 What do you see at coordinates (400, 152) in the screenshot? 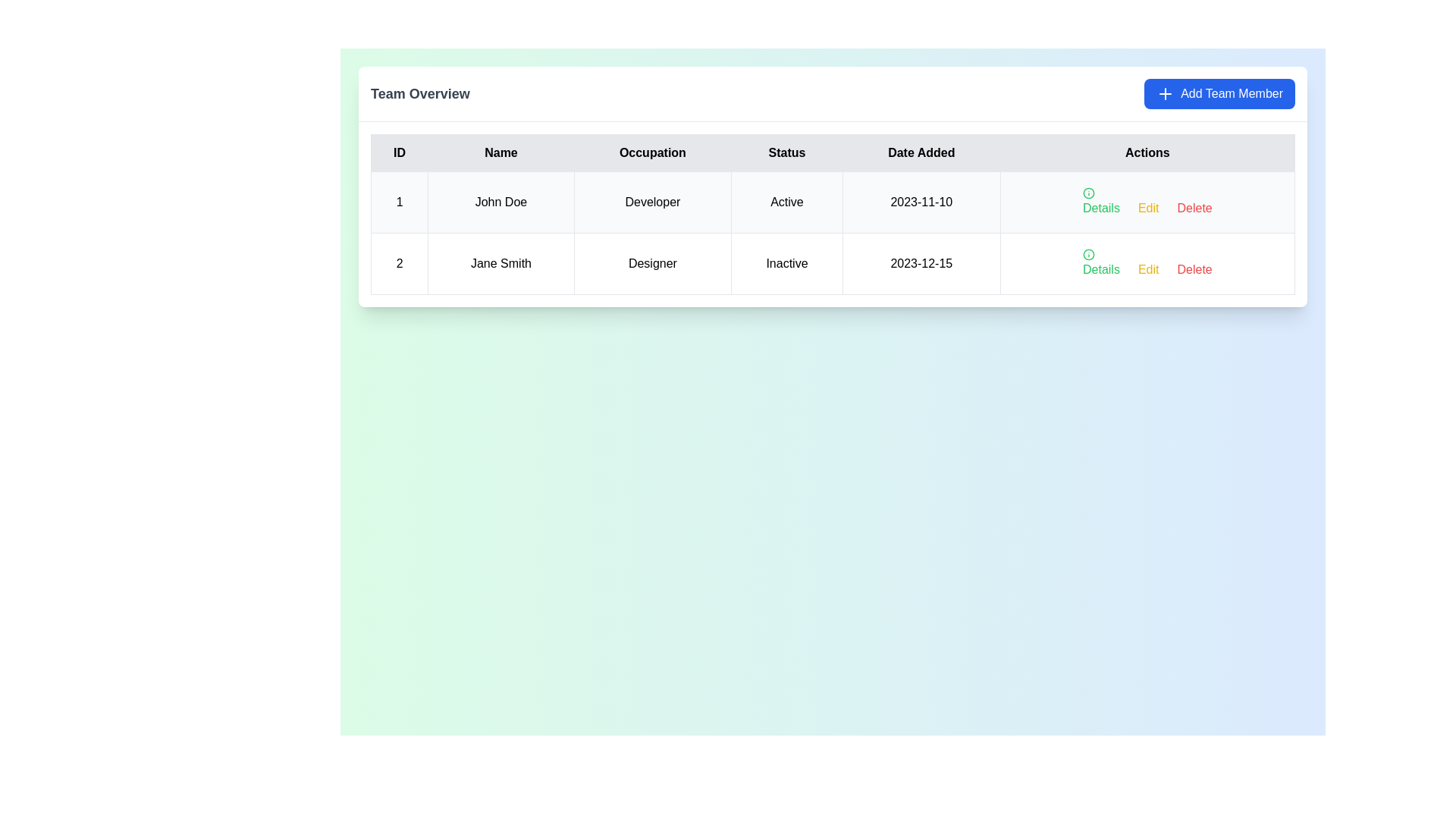
I see `the table header cell labeled 'ID', which serves as the descriptor for the 'ID' column in the table` at bounding box center [400, 152].